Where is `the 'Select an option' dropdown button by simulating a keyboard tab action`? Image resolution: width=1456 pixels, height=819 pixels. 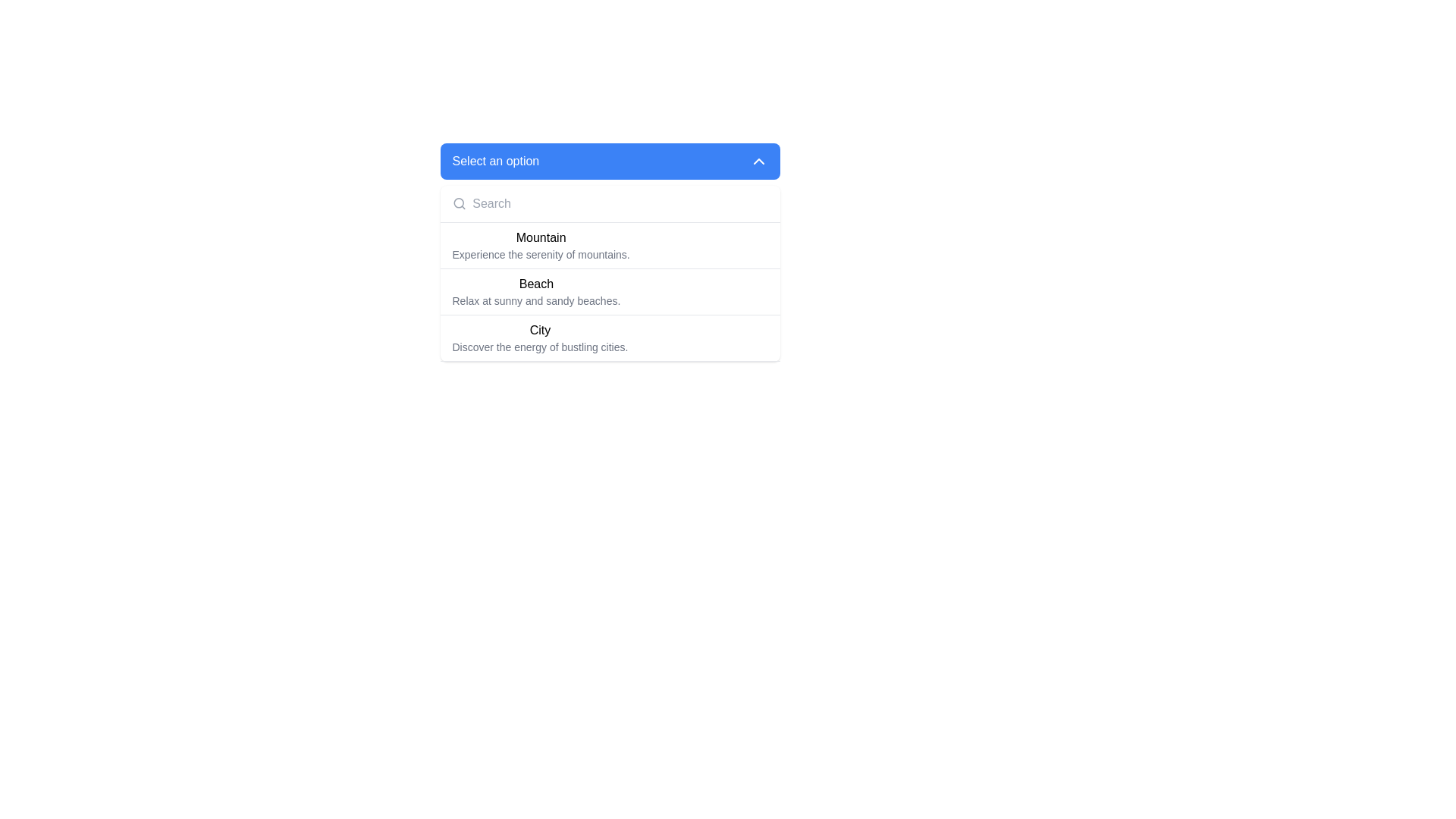
the 'Select an option' dropdown button by simulating a keyboard tab action is located at coordinates (610, 161).